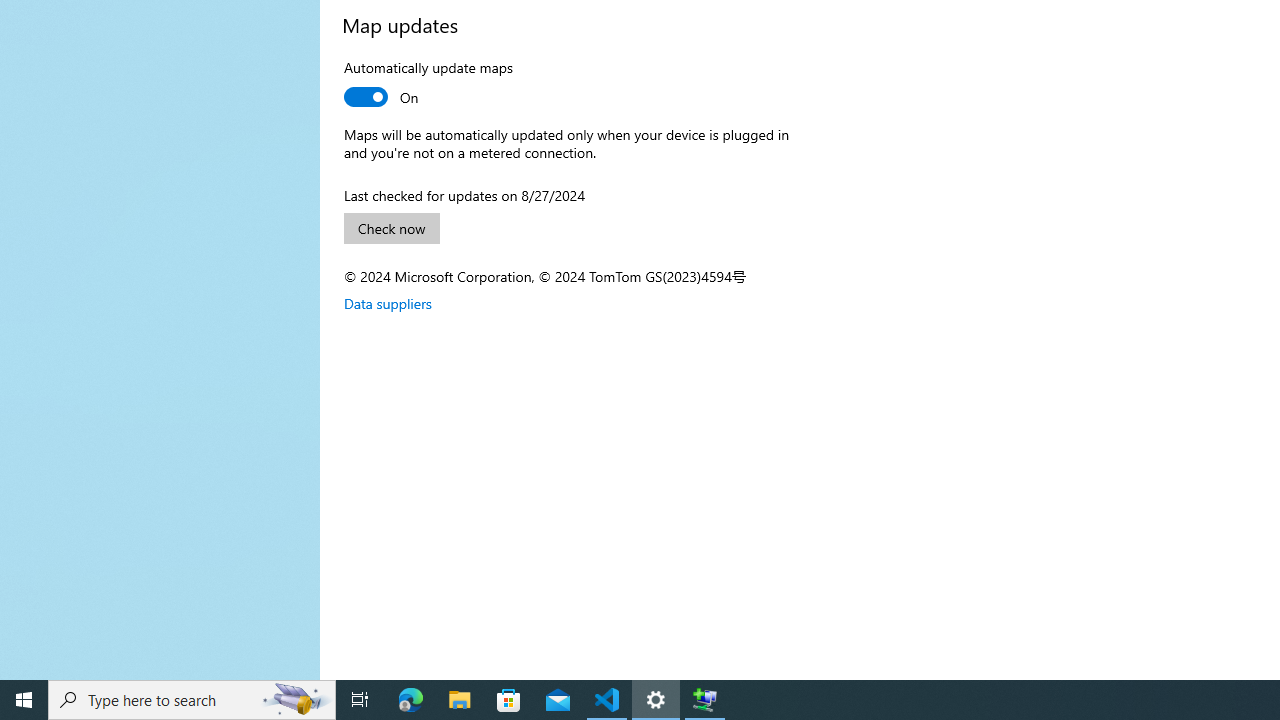 The width and height of the screenshot is (1280, 720). I want to click on 'Extensible Wizards Host Process - 1 running window', so click(705, 698).